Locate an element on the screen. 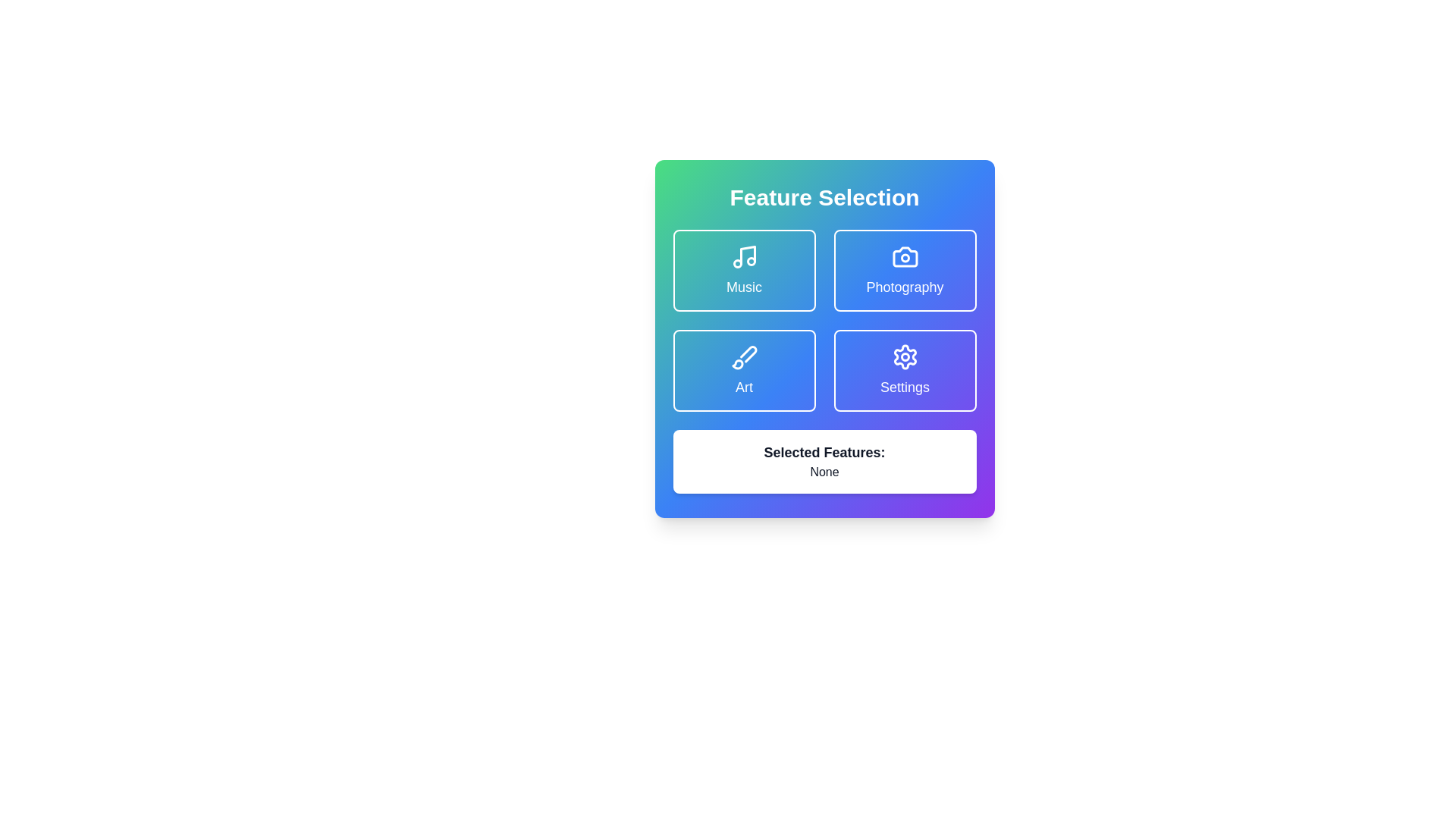 The width and height of the screenshot is (1456, 819). the decorative element of the gear icon located in the bottom-right section of the grid under the 'Settings' option is located at coordinates (905, 356).